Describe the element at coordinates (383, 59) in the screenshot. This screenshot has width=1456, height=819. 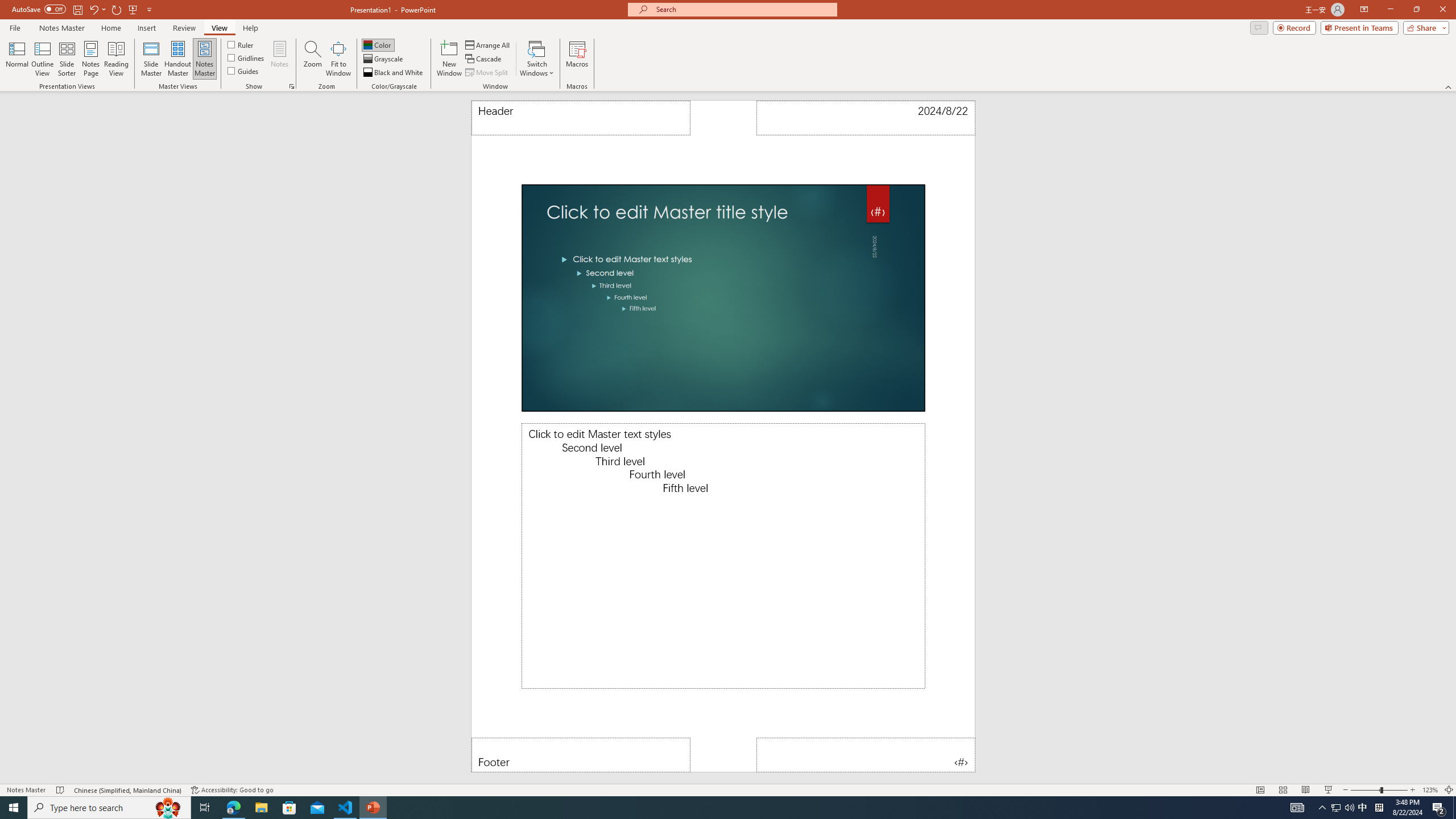
I see `'Grayscale'` at that location.